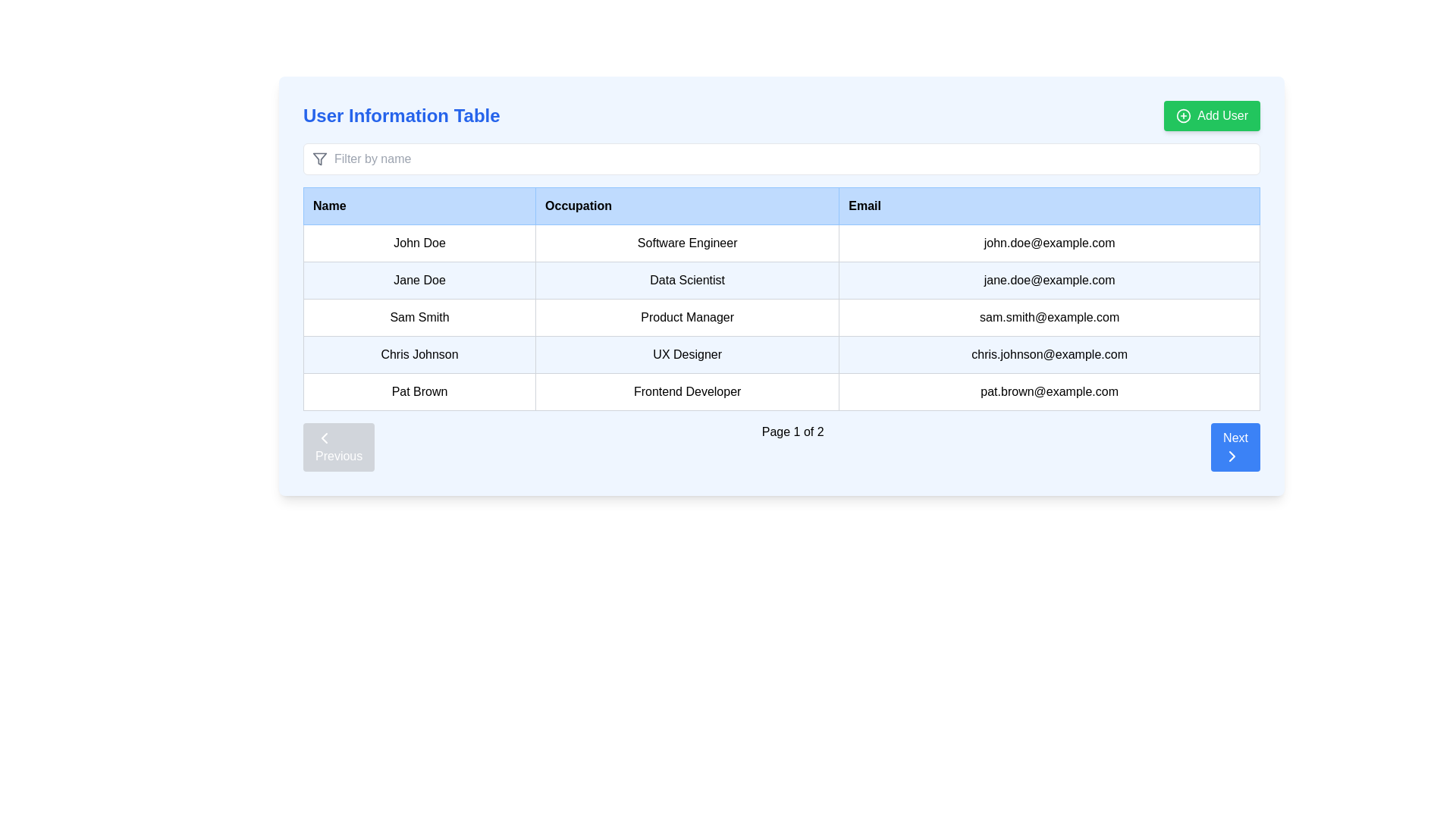 The image size is (1456, 819). What do you see at coordinates (1232, 455) in the screenshot?
I see `the rightward chevron icon with a blue background and white stroke lines, located at the bottom-right of the 'Next' button` at bounding box center [1232, 455].